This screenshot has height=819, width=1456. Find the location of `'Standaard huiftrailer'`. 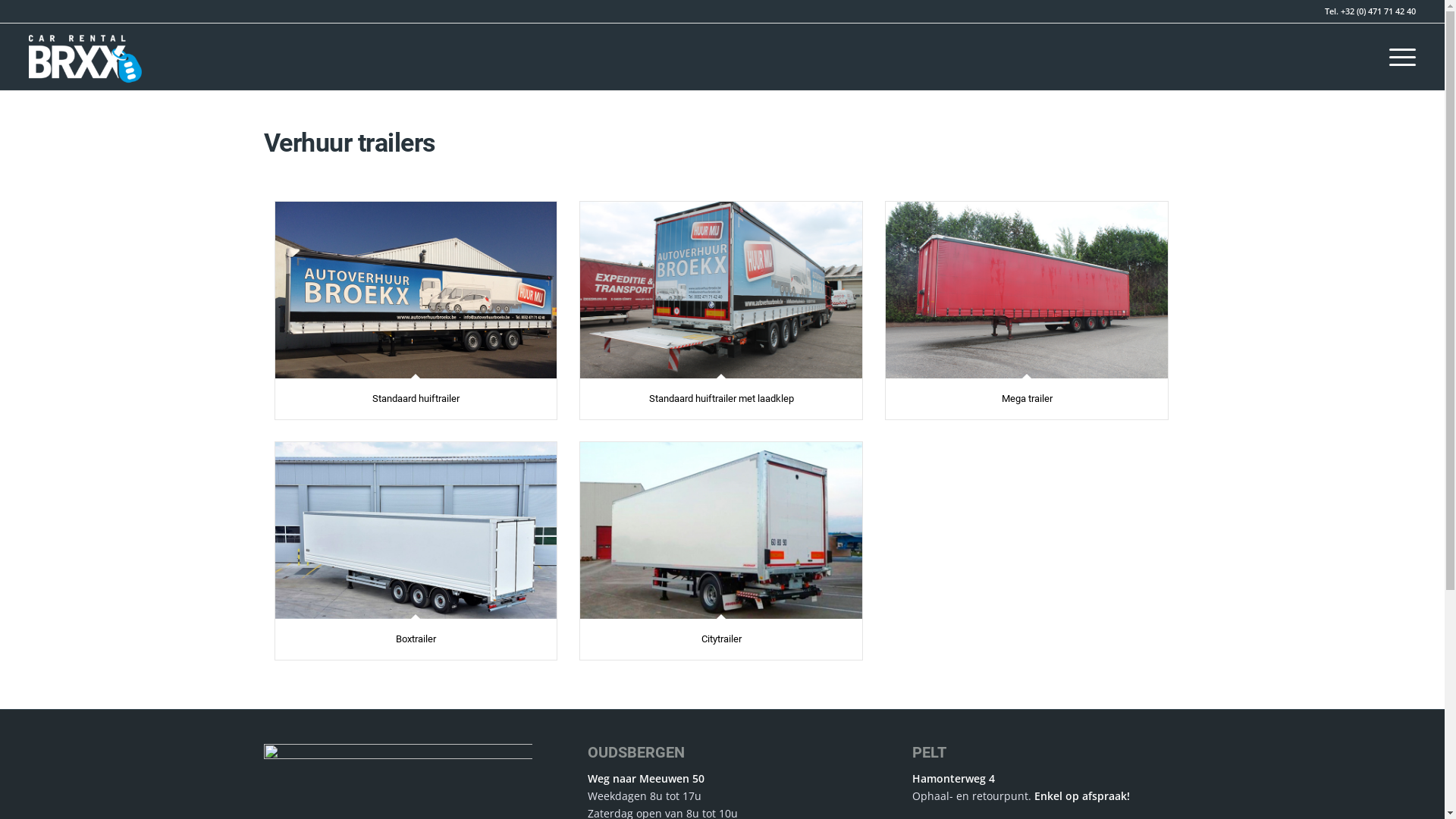

'Standaard huiftrailer' is located at coordinates (416, 397).